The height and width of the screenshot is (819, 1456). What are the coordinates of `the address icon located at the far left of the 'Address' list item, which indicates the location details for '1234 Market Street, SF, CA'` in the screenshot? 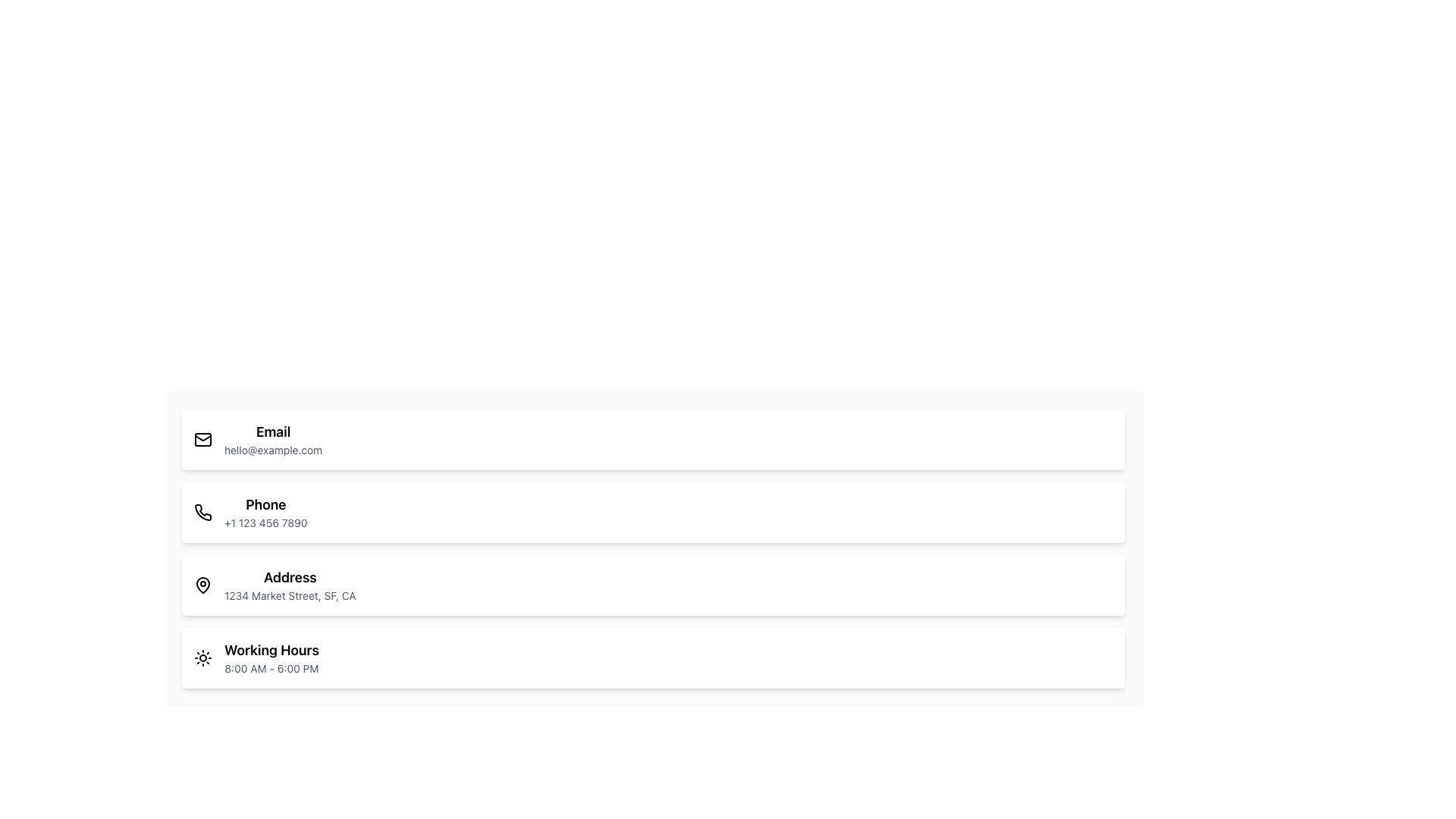 It's located at (202, 584).